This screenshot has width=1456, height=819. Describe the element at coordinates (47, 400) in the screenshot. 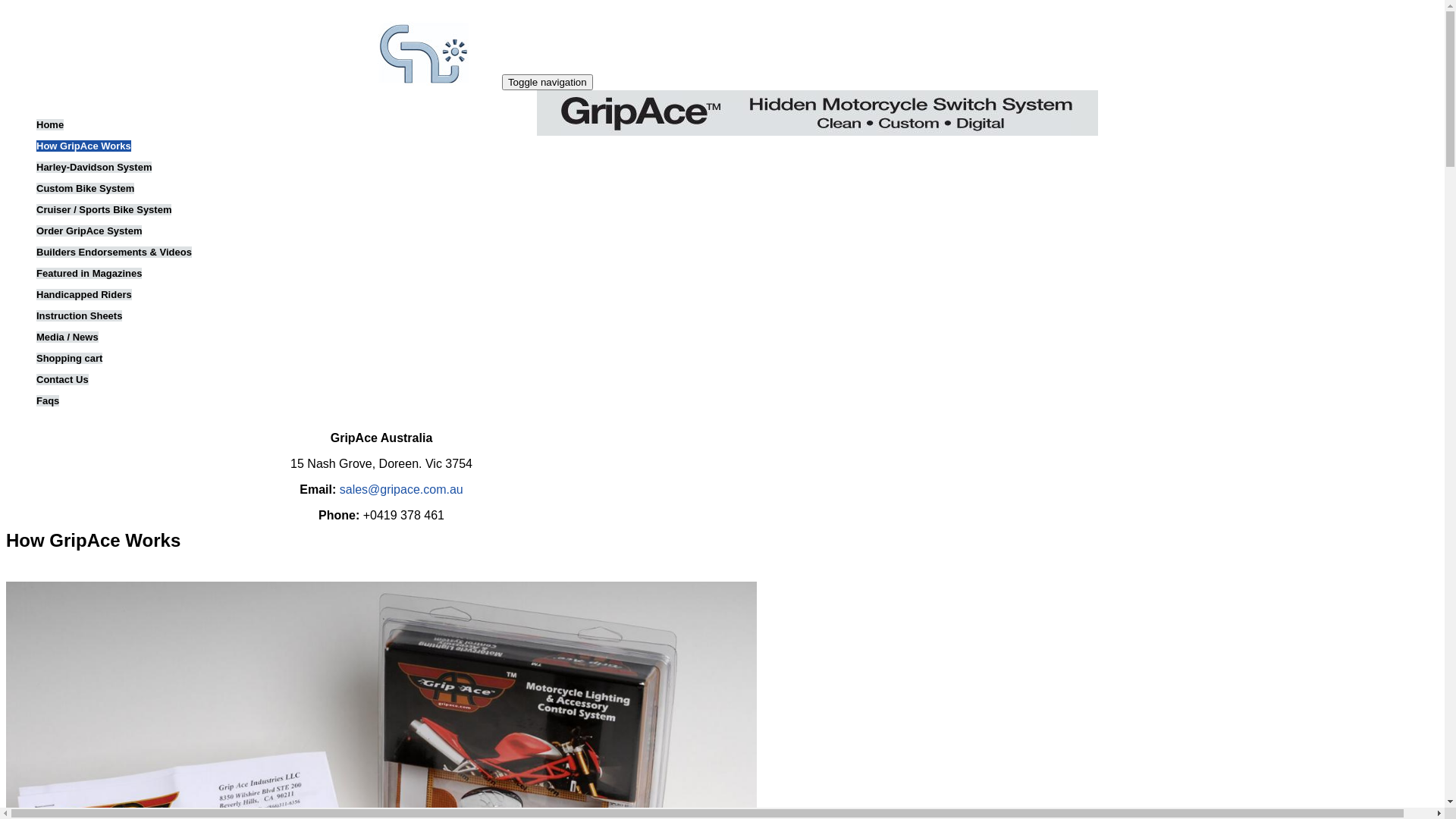

I see `'Faqs'` at that location.